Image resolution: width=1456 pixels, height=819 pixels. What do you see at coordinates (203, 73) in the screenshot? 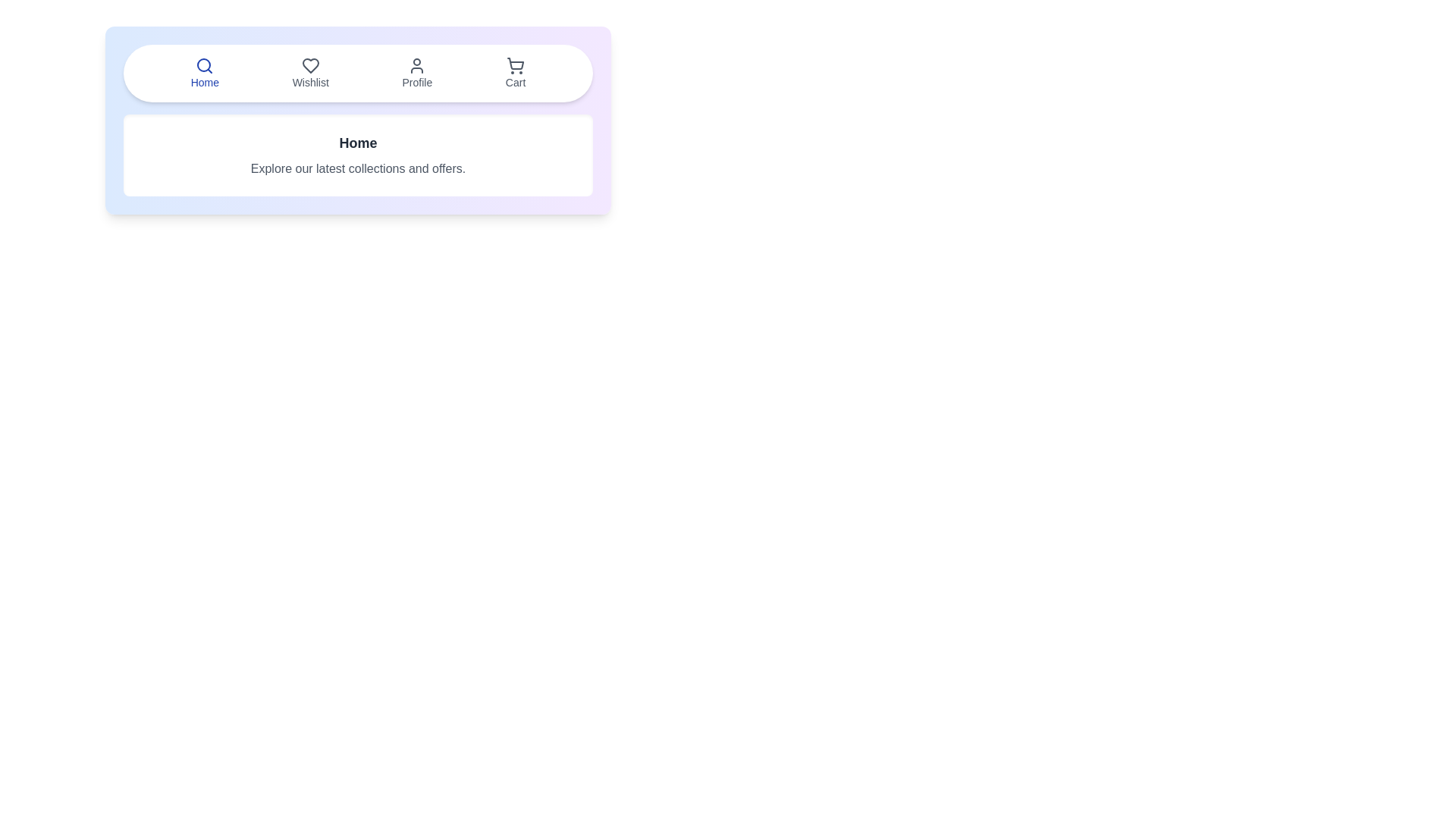
I see `the tab labeled Home to observe the visual effect` at bounding box center [203, 73].